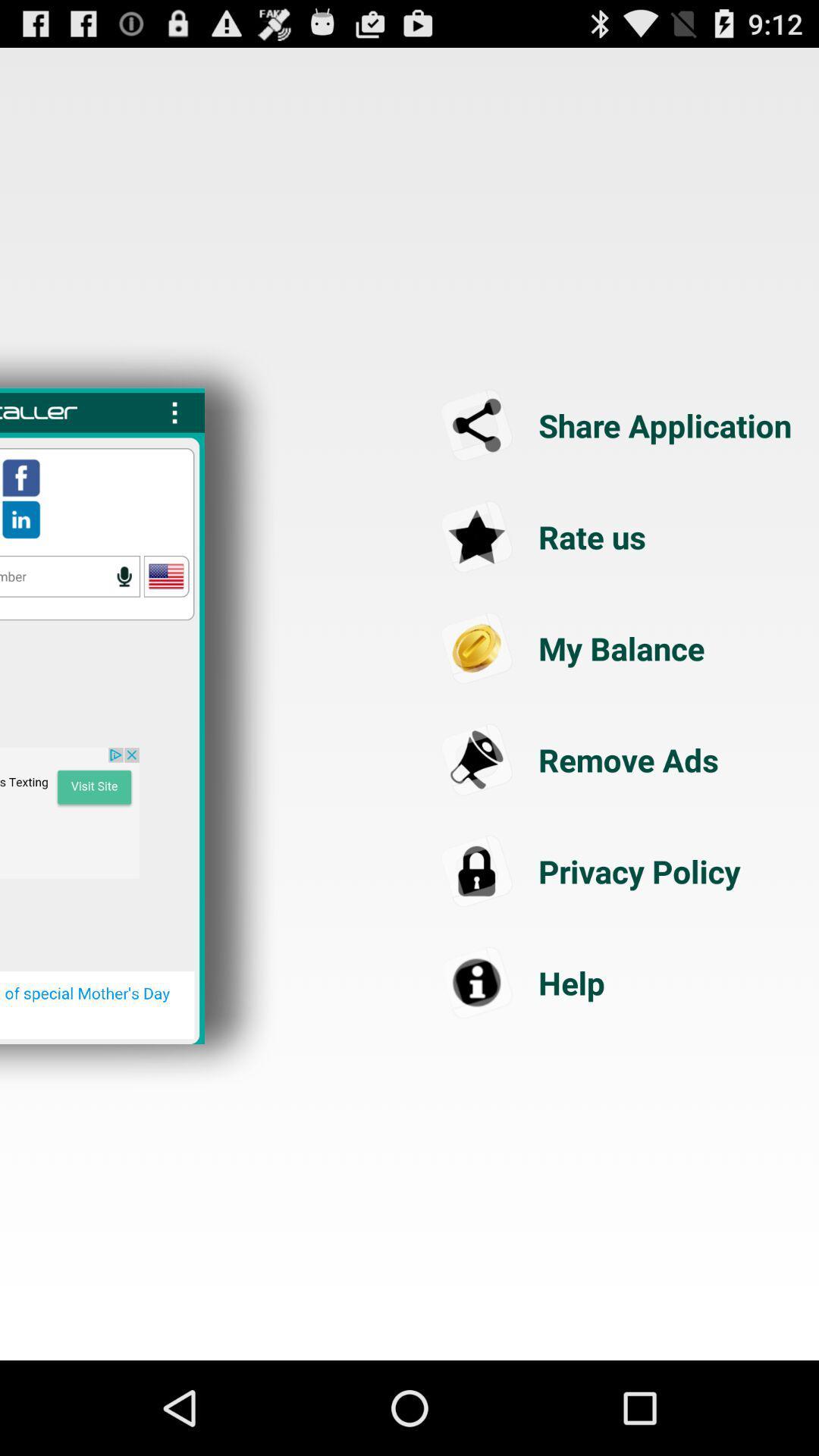  Describe the element at coordinates (166, 576) in the screenshot. I see `click usa` at that location.